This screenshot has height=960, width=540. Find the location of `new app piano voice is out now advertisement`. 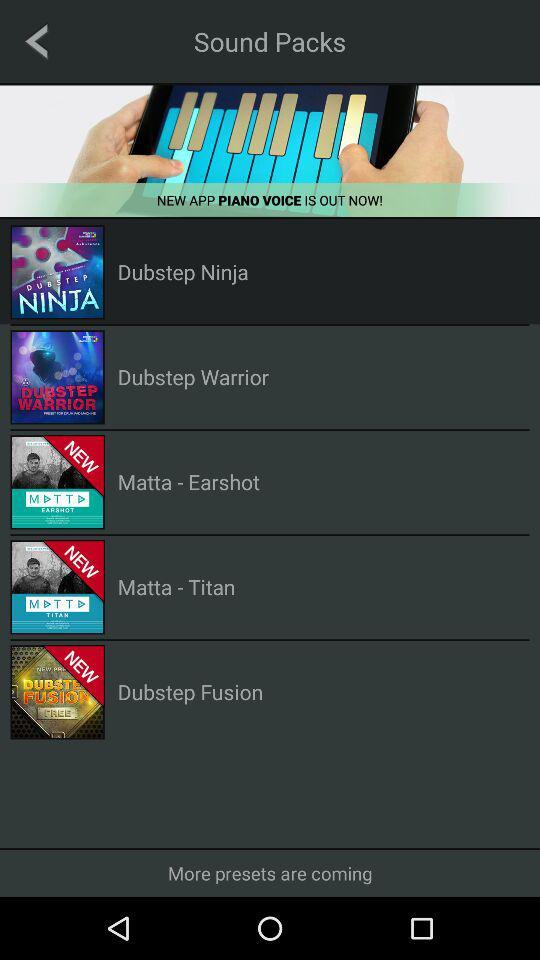

new app piano voice is out now advertisement is located at coordinates (270, 150).